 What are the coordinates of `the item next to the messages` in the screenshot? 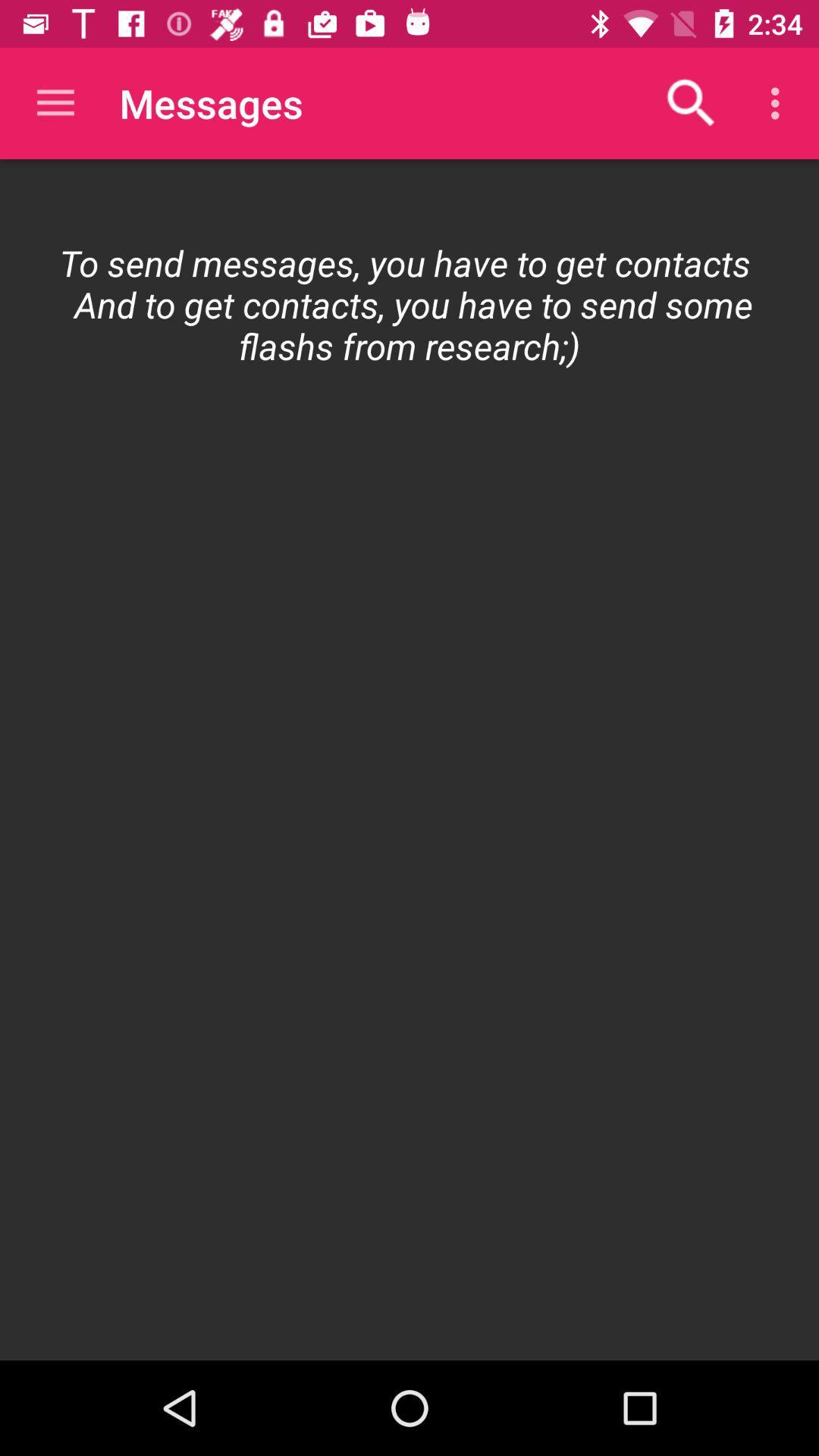 It's located at (691, 102).